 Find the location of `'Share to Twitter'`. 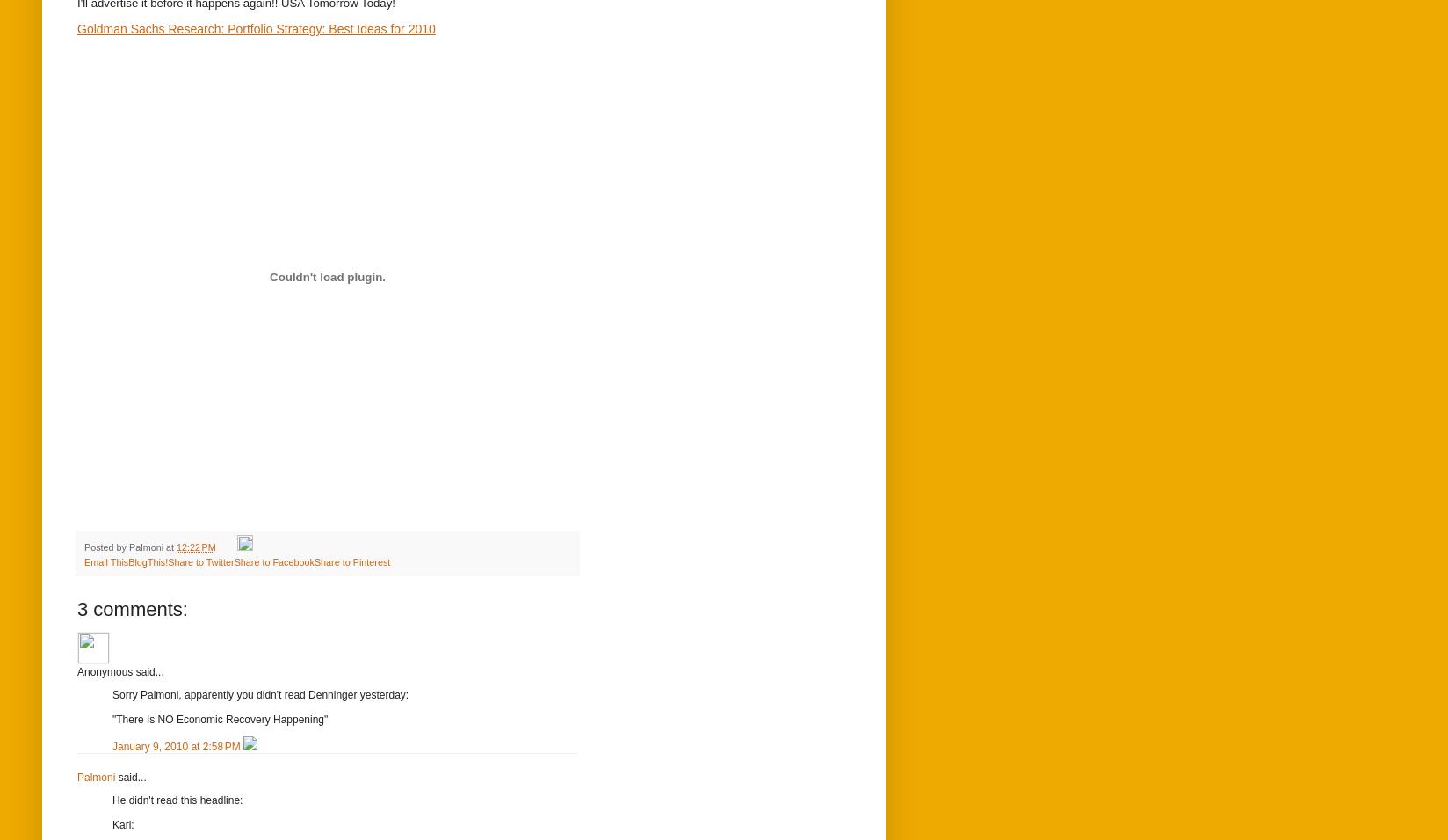

'Share to Twitter' is located at coordinates (168, 562).